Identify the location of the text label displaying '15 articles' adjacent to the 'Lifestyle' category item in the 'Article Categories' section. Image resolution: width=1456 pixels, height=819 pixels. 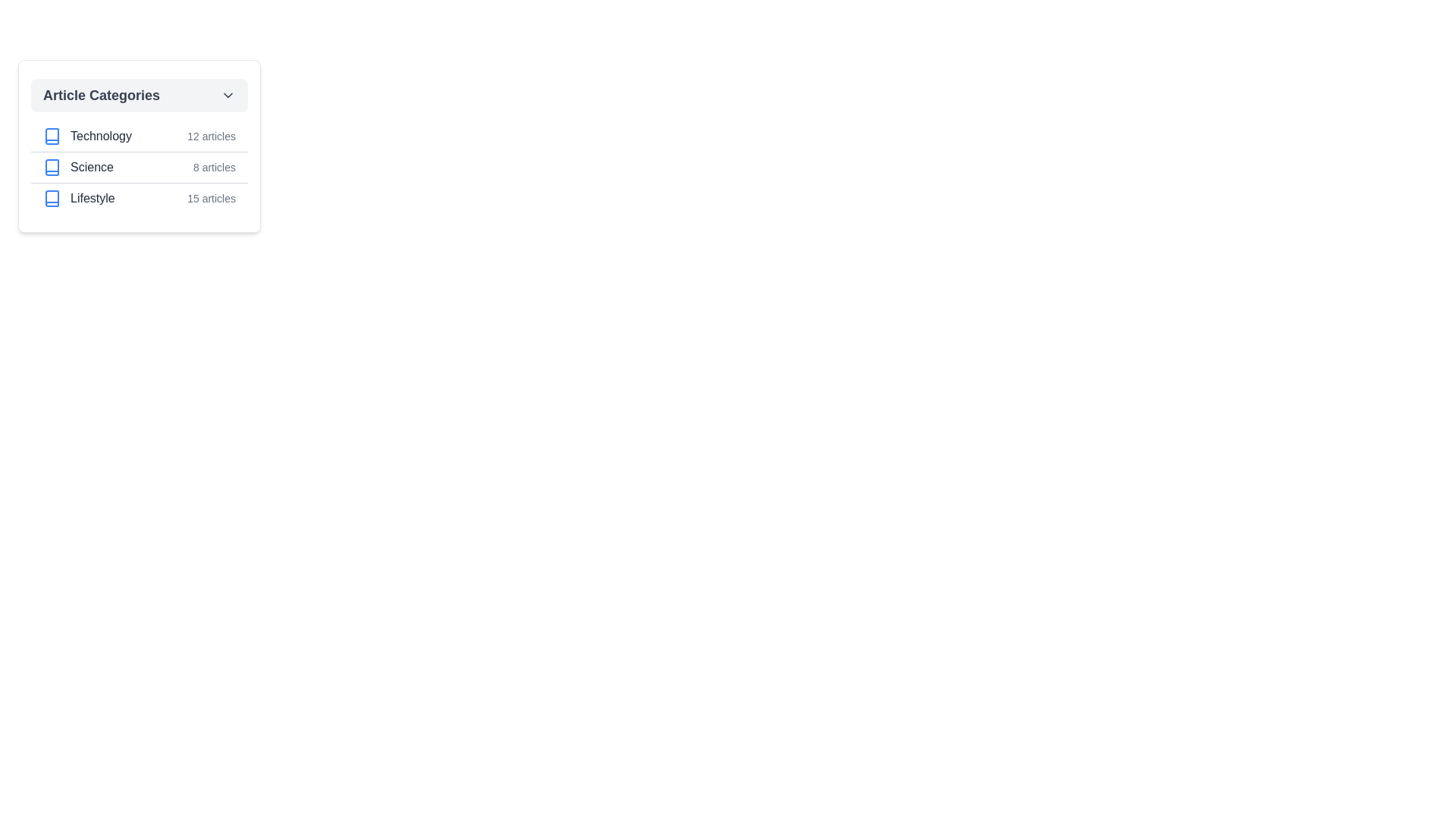
(211, 198).